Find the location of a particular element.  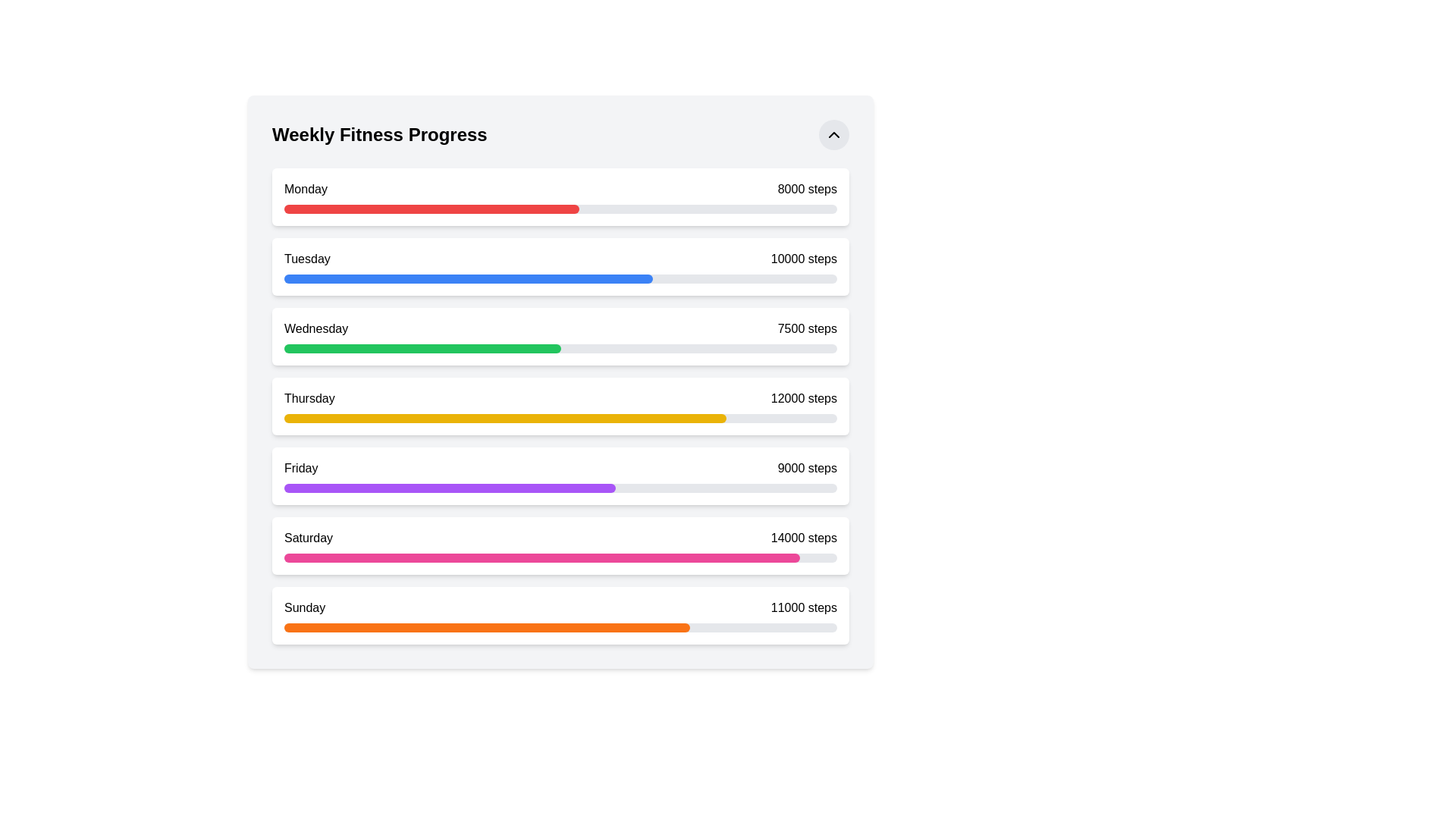

the static text element displaying '11000 steps' that is located in the bottom row labeled 'Sunday', positioned to the far right beside an orange progress bar is located at coordinates (803, 607).